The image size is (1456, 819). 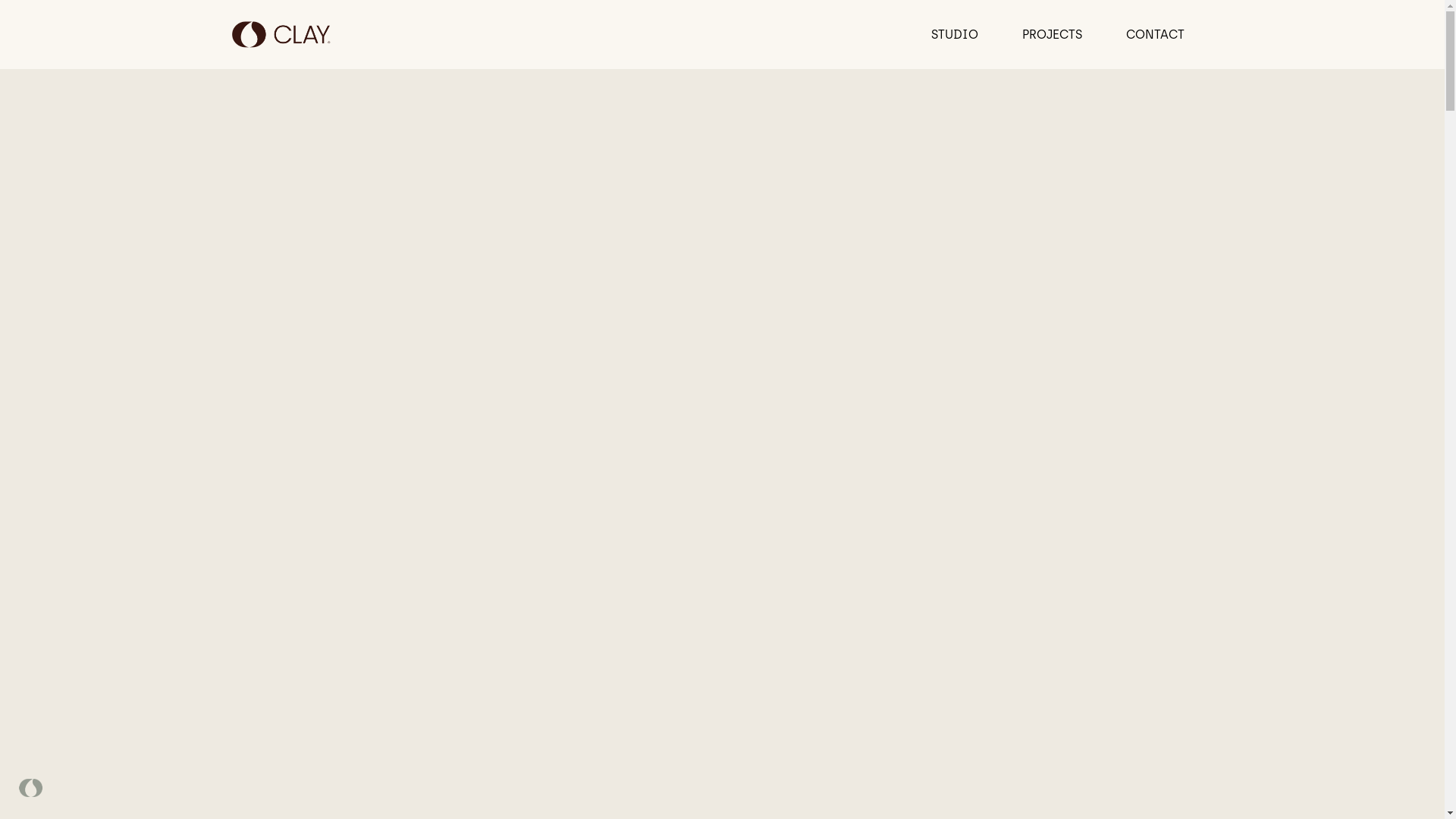 What do you see at coordinates (953, 34) in the screenshot?
I see `'STUDIO'` at bounding box center [953, 34].